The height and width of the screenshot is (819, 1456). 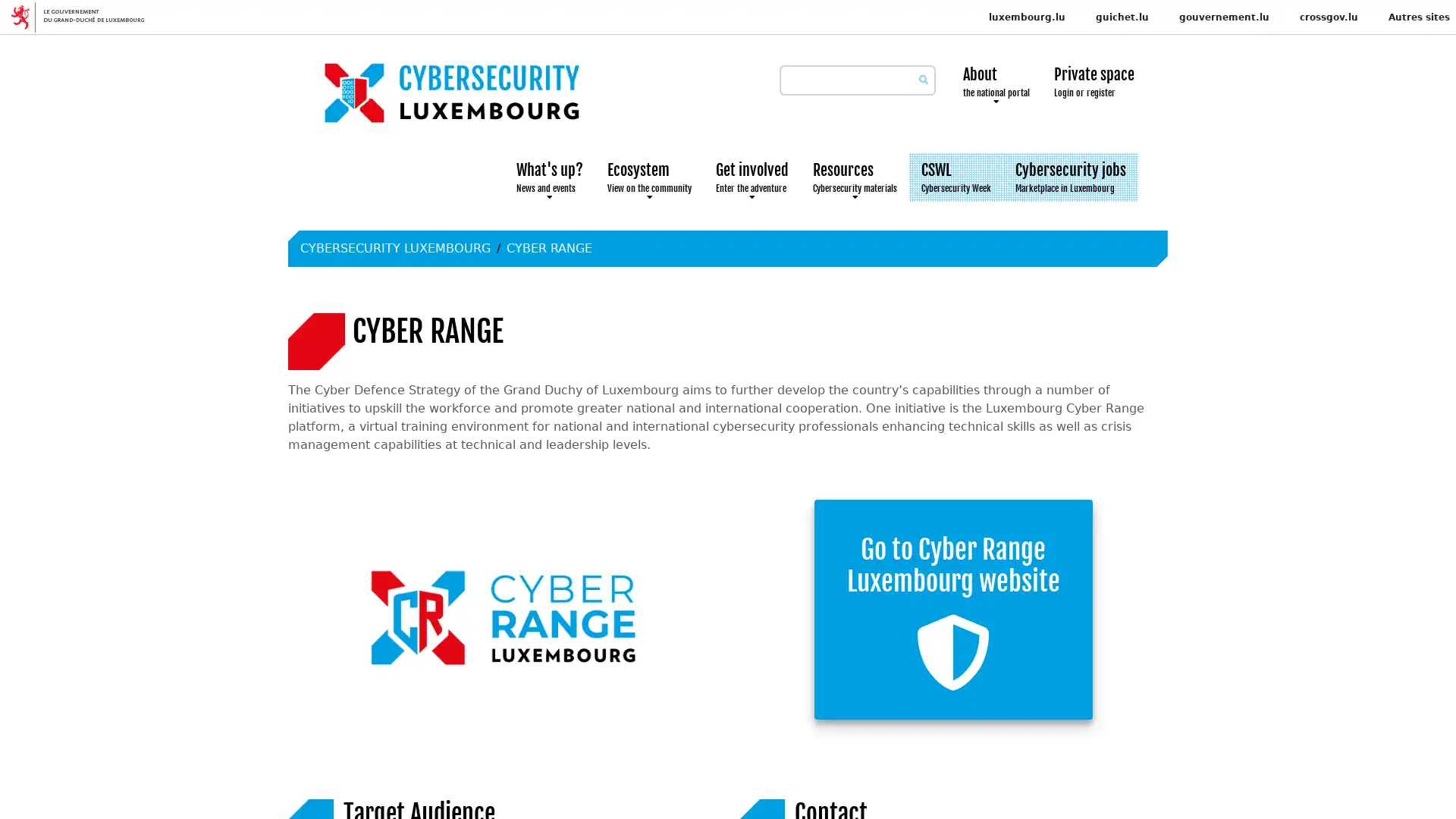 I want to click on CYBER RANGE, so click(x=548, y=247).